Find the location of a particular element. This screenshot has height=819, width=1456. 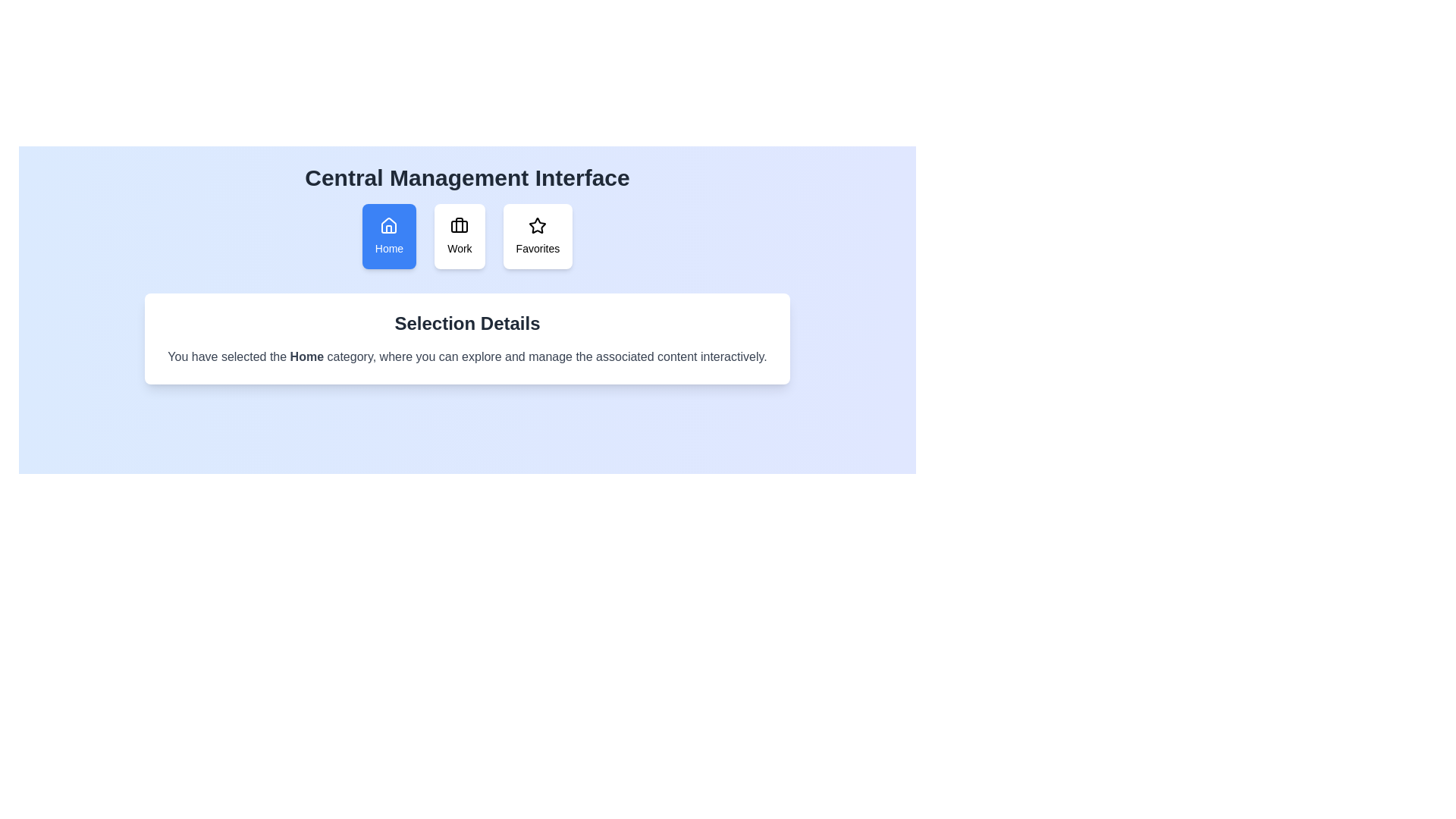

the 'Home' button which contains the house icon, located in the first row of the interface to the left of 'Work' and 'Favorites' buttons is located at coordinates (389, 225).